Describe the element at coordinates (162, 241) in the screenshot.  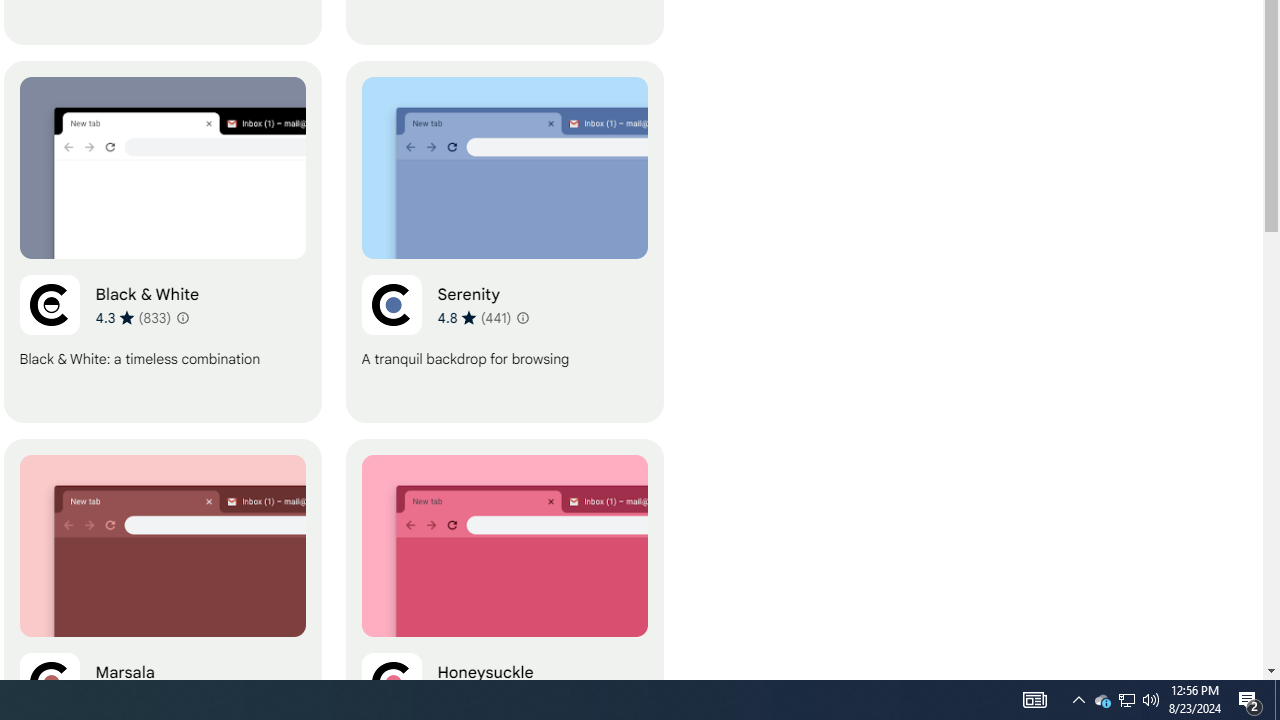
I see `'Black & White'` at that location.